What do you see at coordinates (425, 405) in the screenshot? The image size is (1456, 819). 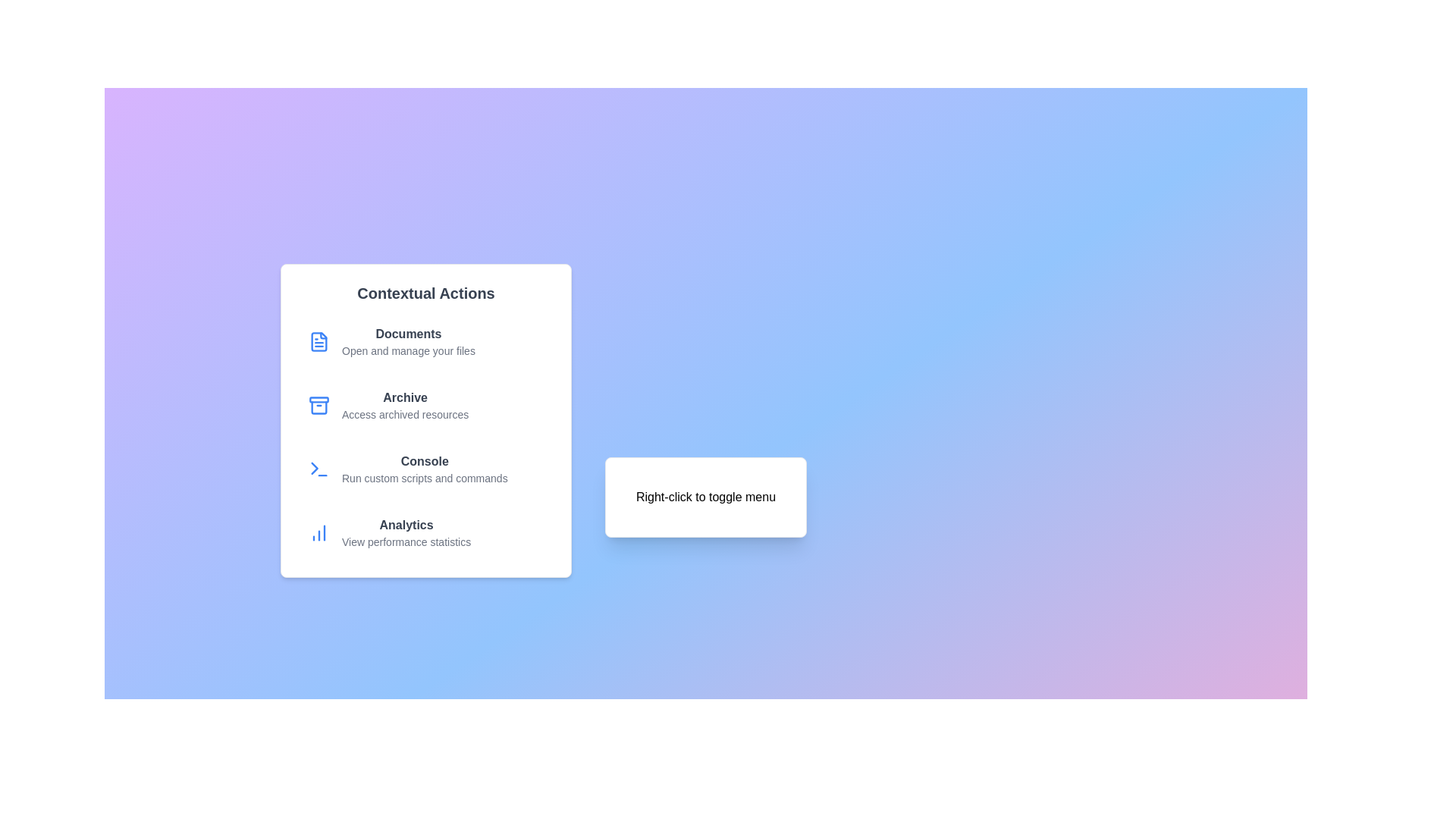 I see `the menu option Archive to view its hover effect` at bounding box center [425, 405].